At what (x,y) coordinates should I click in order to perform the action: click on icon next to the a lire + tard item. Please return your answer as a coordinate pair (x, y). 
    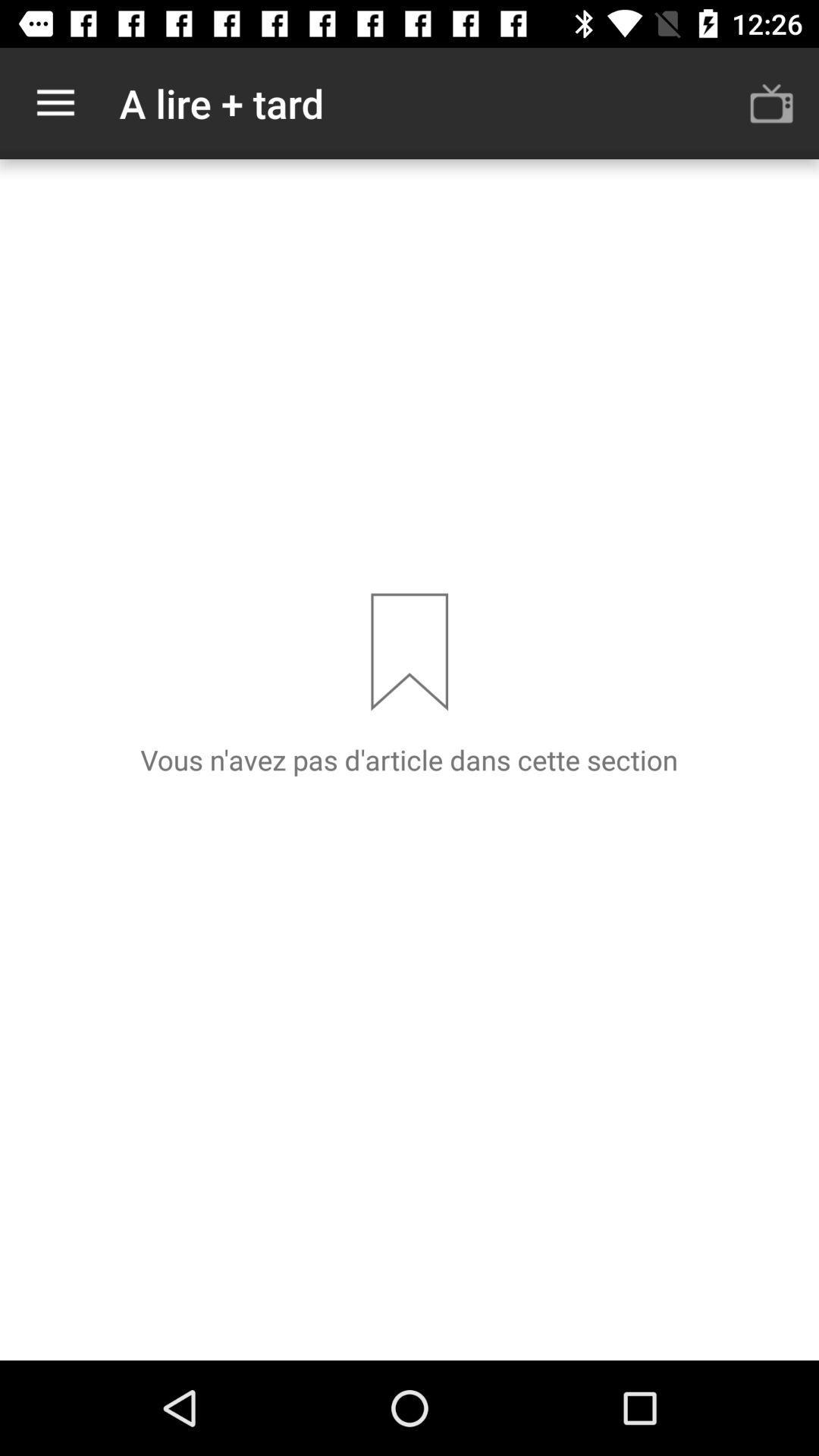
    Looking at the image, I should click on (55, 102).